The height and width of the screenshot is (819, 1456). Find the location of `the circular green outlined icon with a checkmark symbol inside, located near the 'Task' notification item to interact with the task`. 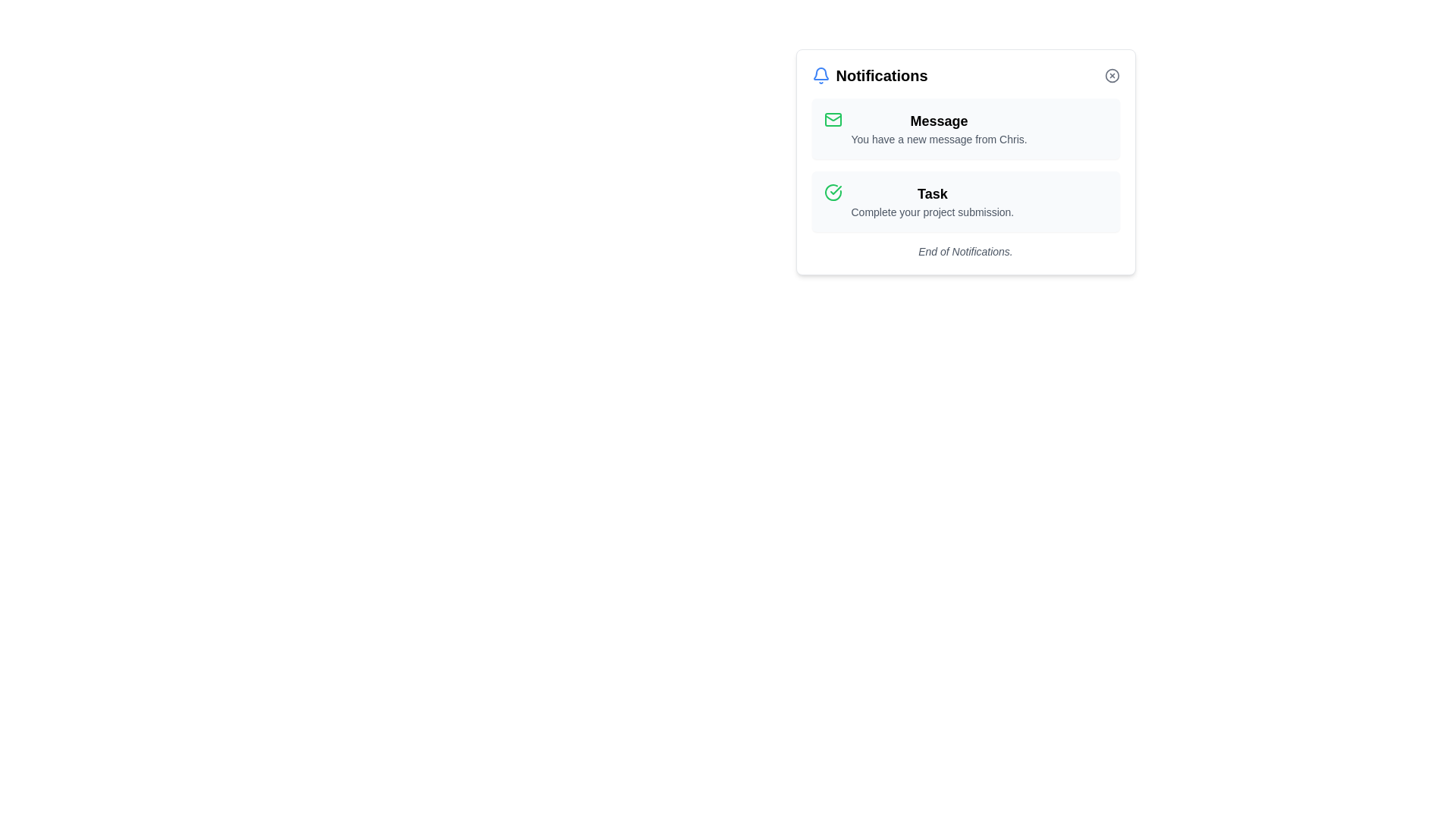

the circular green outlined icon with a checkmark symbol inside, located near the 'Task' notification item to interact with the task is located at coordinates (832, 192).